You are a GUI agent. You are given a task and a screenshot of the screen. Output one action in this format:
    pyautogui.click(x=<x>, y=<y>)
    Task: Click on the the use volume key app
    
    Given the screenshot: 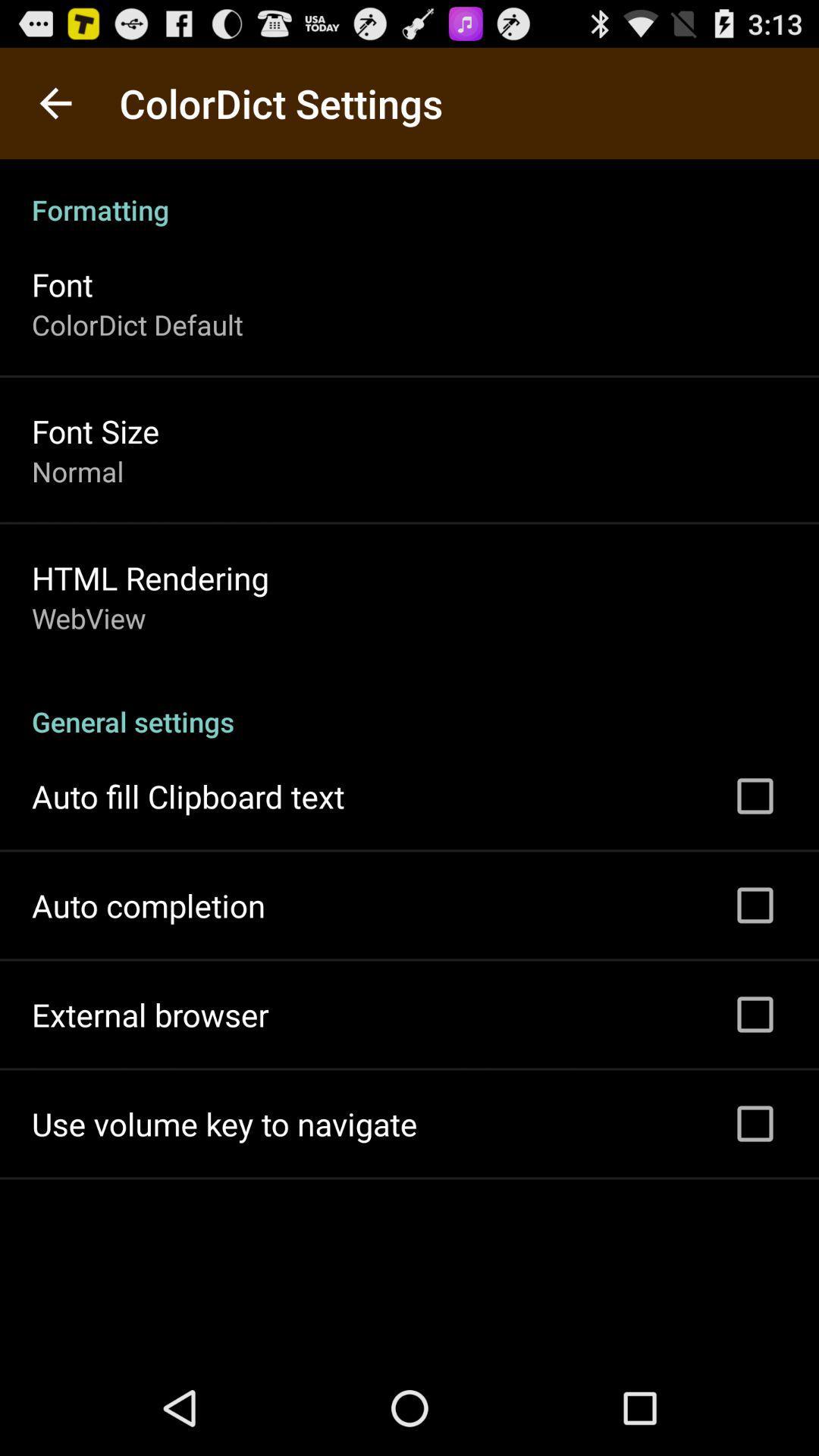 What is the action you would take?
    pyautogui.click(x=224, y=1124)
    